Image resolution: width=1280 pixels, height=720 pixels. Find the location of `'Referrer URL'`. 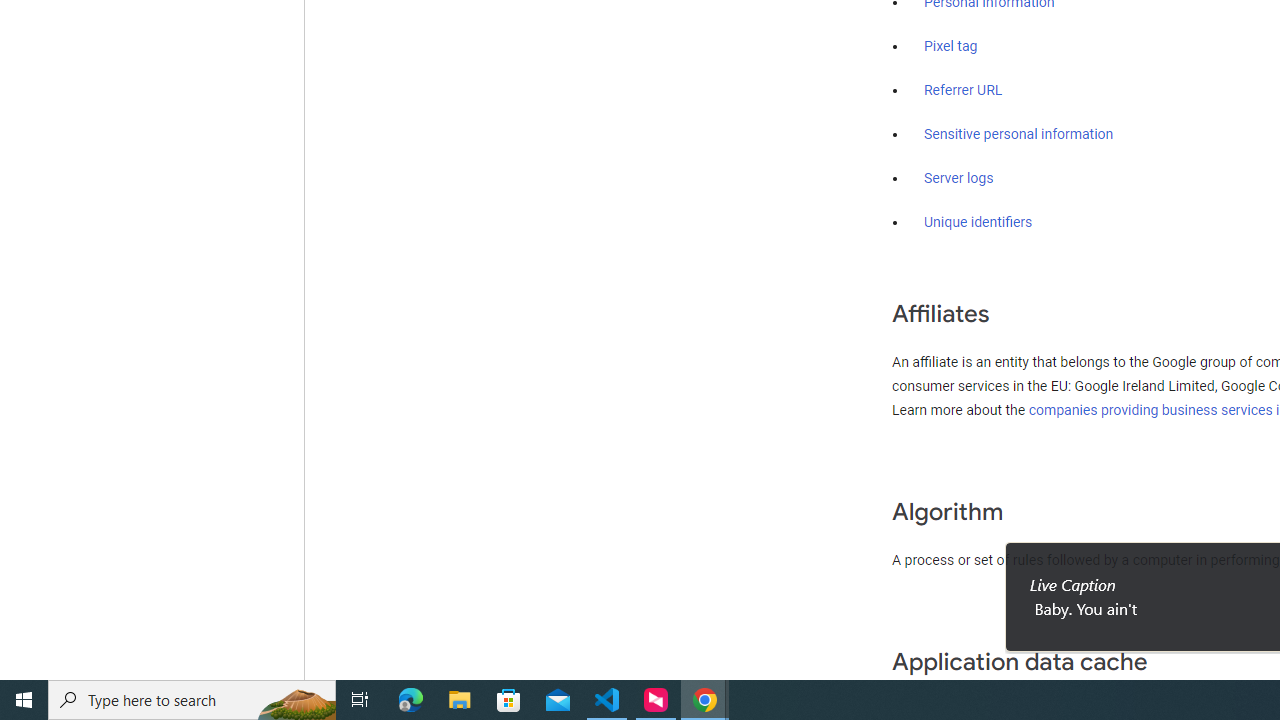

'Referrer URL' is located at coordinates (963, 91).